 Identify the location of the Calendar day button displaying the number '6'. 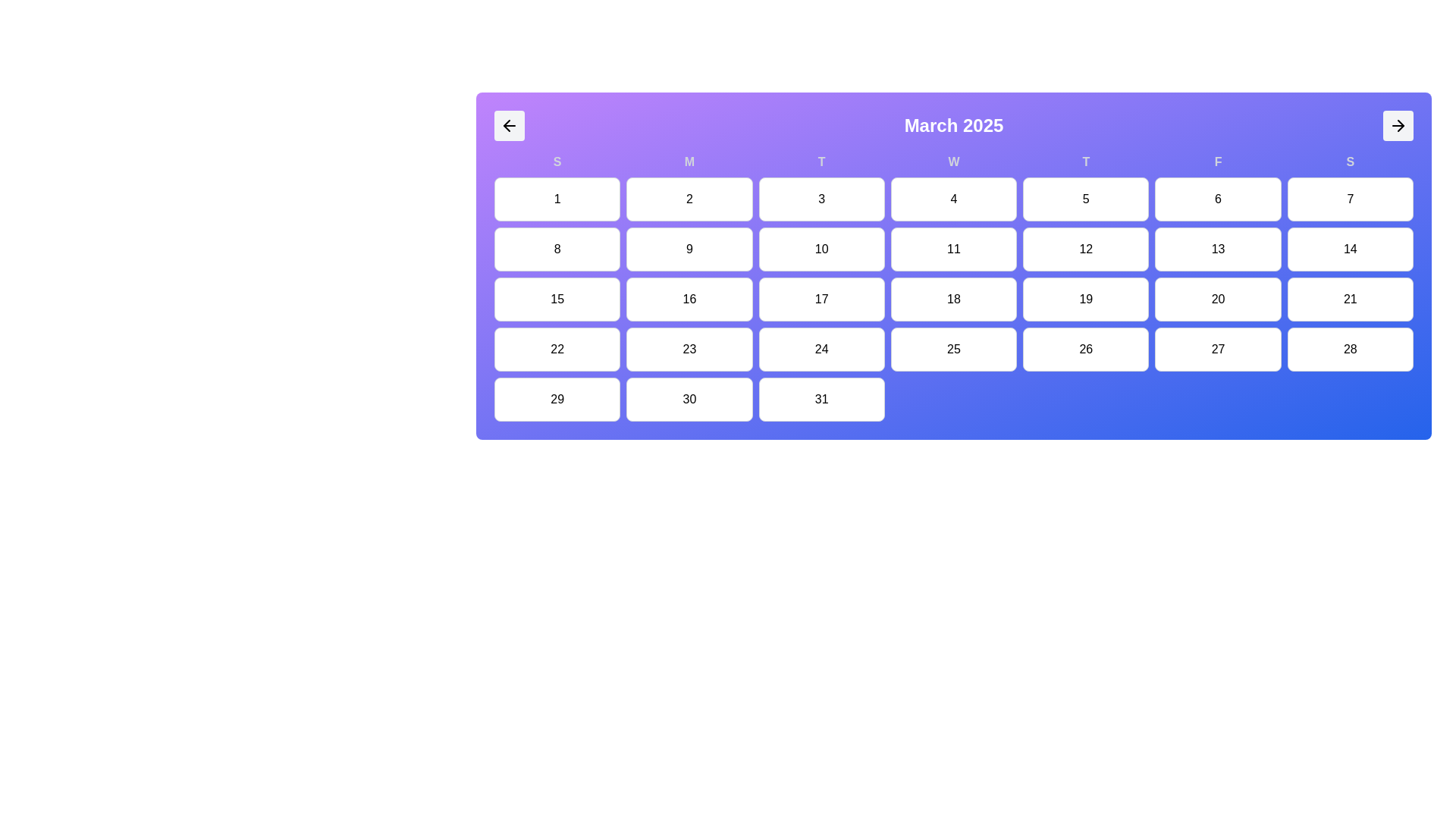
(1218, 198).